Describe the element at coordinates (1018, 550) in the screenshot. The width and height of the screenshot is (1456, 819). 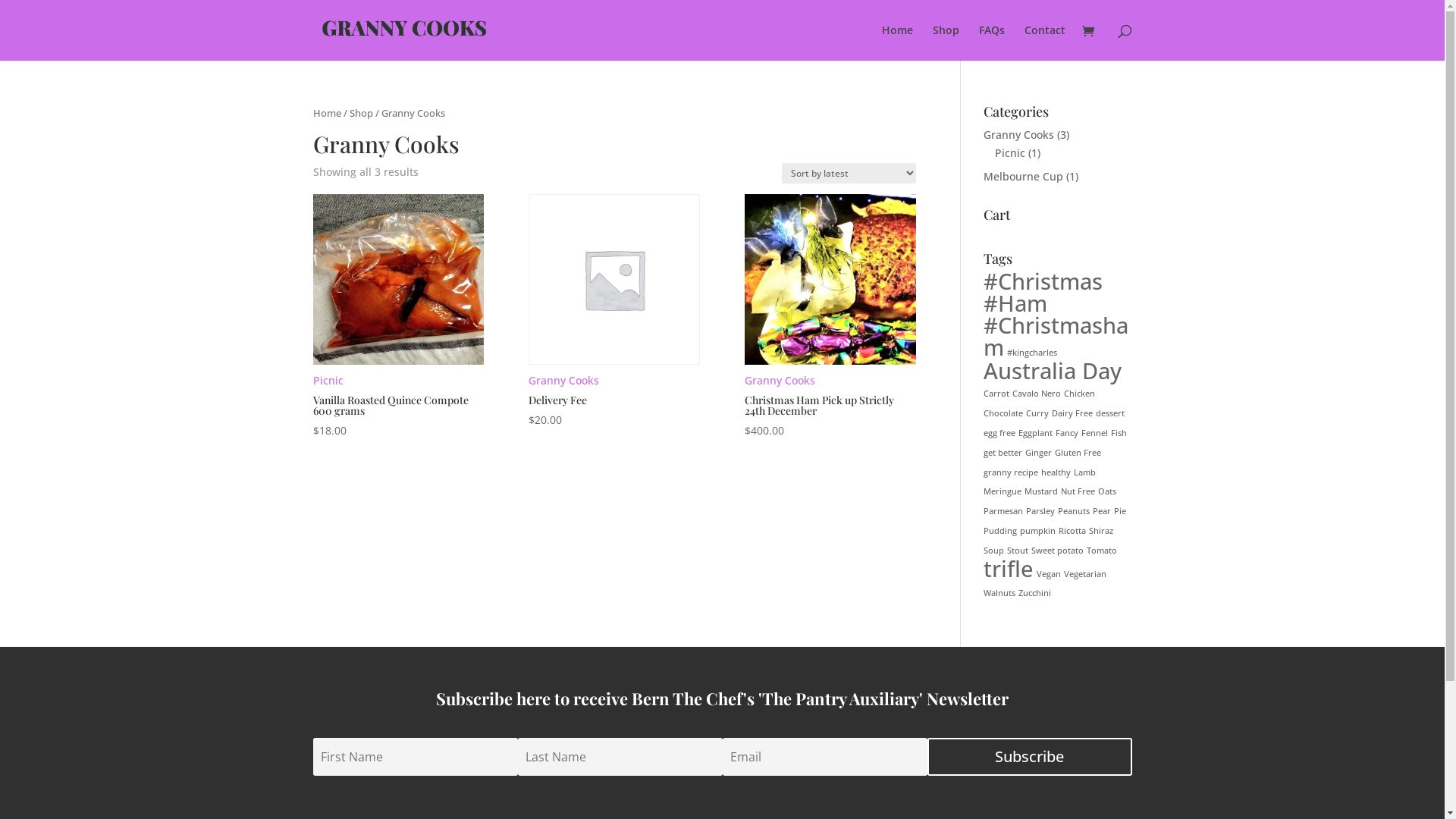
I see `'Stout'` at that location.